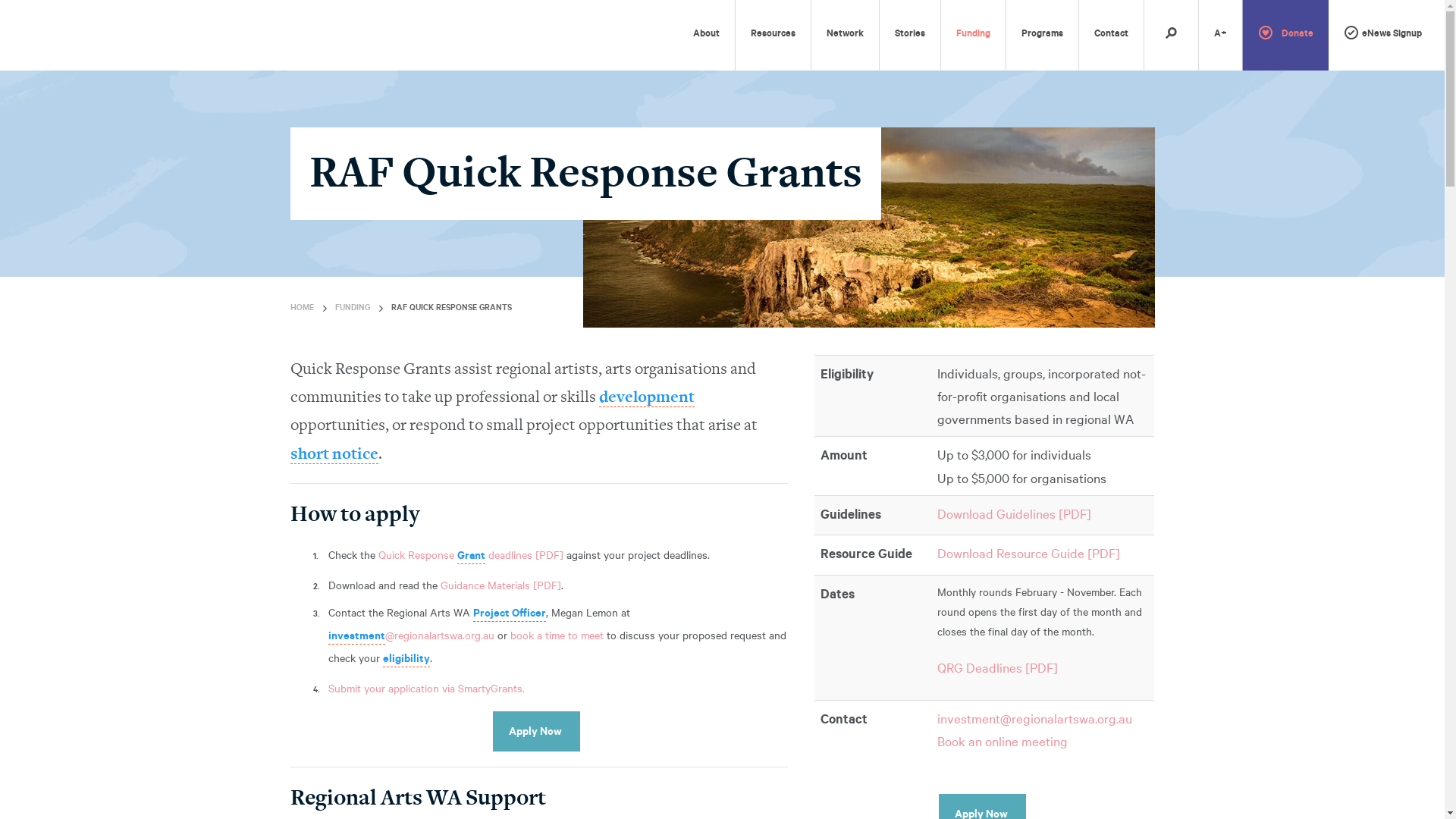 The image size is (1456, 819). What do you see at coordinates (301, 308) in the screenshot?
I see `'HOME'` at bounding box center [301, 308].